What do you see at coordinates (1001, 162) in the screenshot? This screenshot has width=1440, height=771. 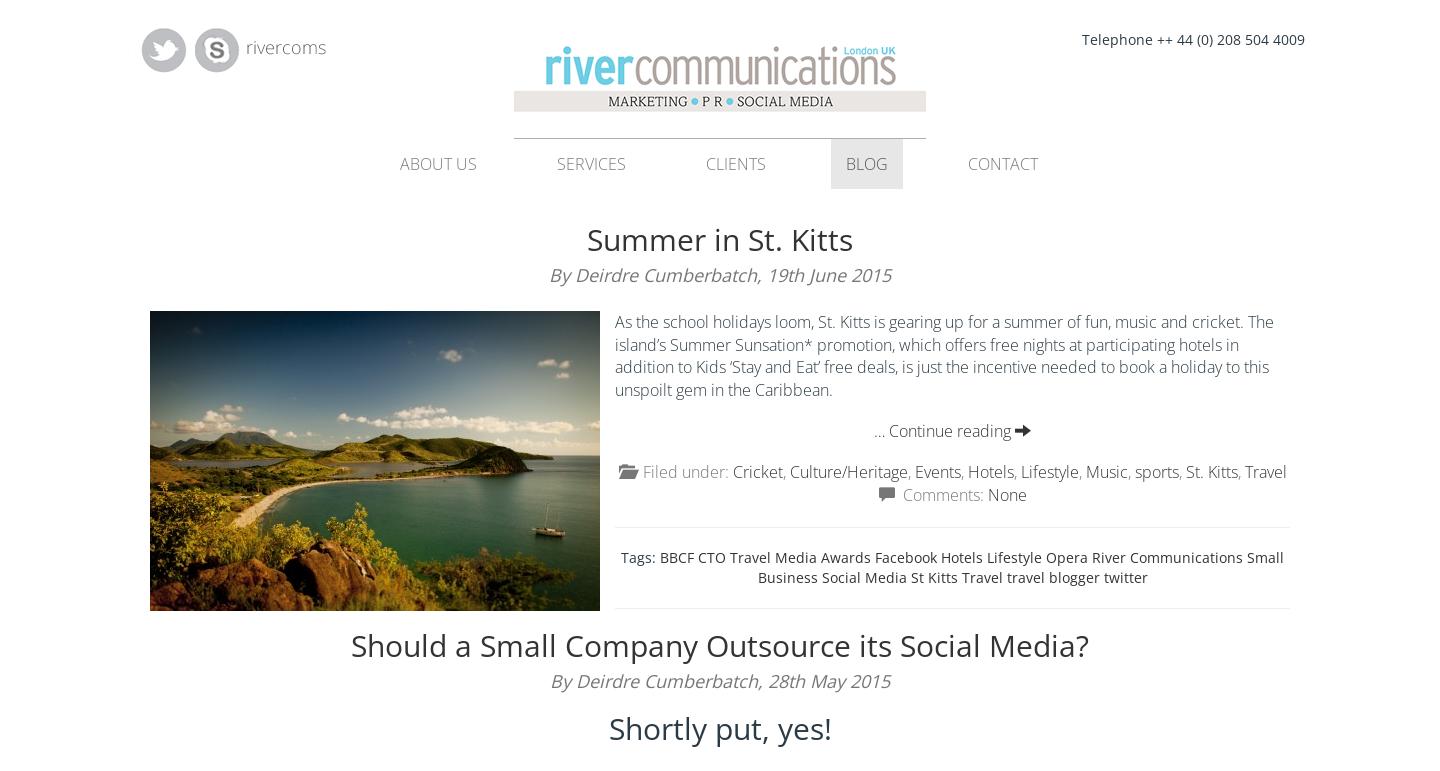 I see `'Contact'` at bounding box center [1001, 162].